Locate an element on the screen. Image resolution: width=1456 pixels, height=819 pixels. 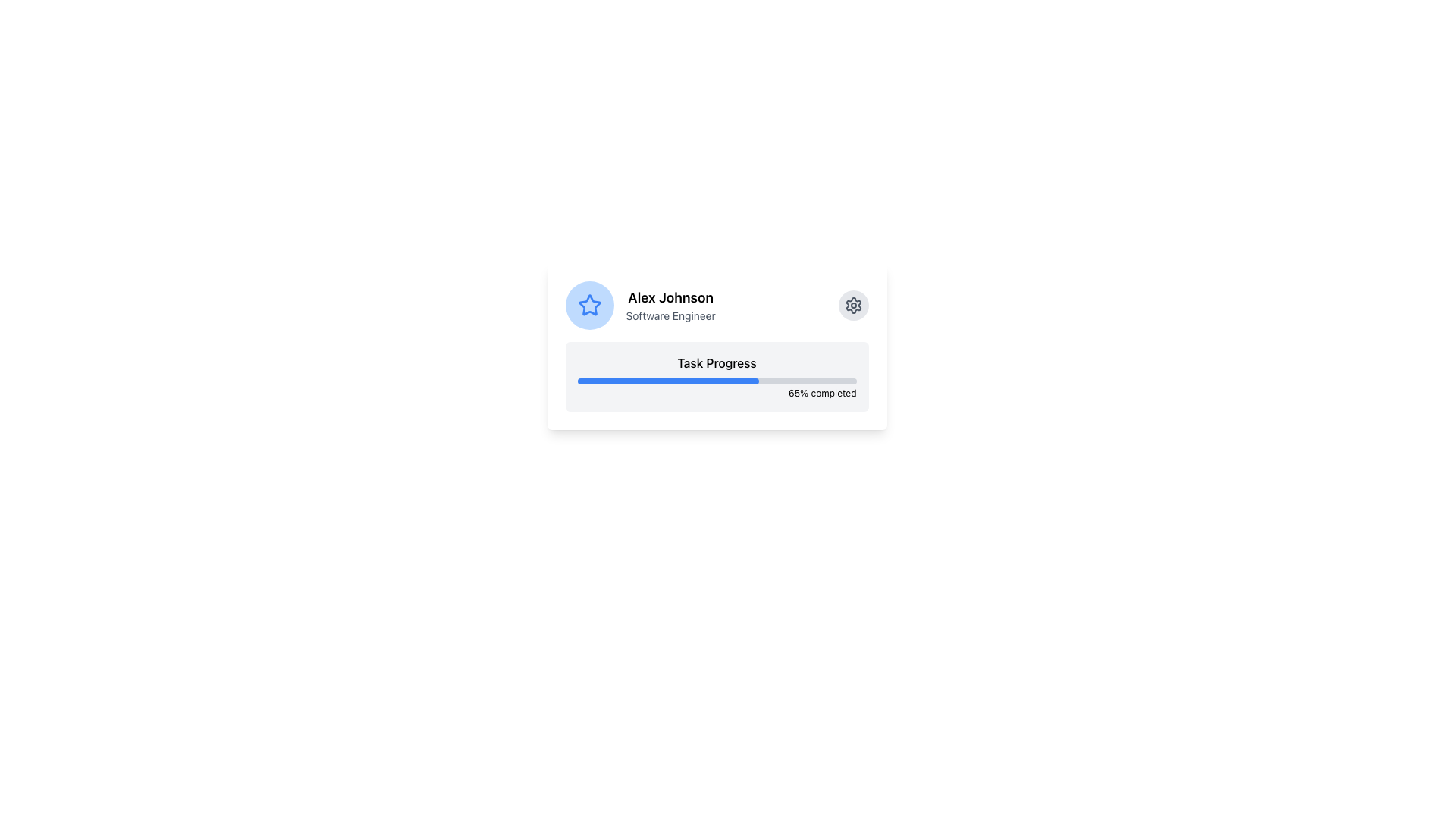
the decorative circular badge with a light blue background and a dark blue star icon, which is located to the far left of the layout containing the text 'Alex Johnson' and 'Software Engineer' is located at coordinates (588, 305).